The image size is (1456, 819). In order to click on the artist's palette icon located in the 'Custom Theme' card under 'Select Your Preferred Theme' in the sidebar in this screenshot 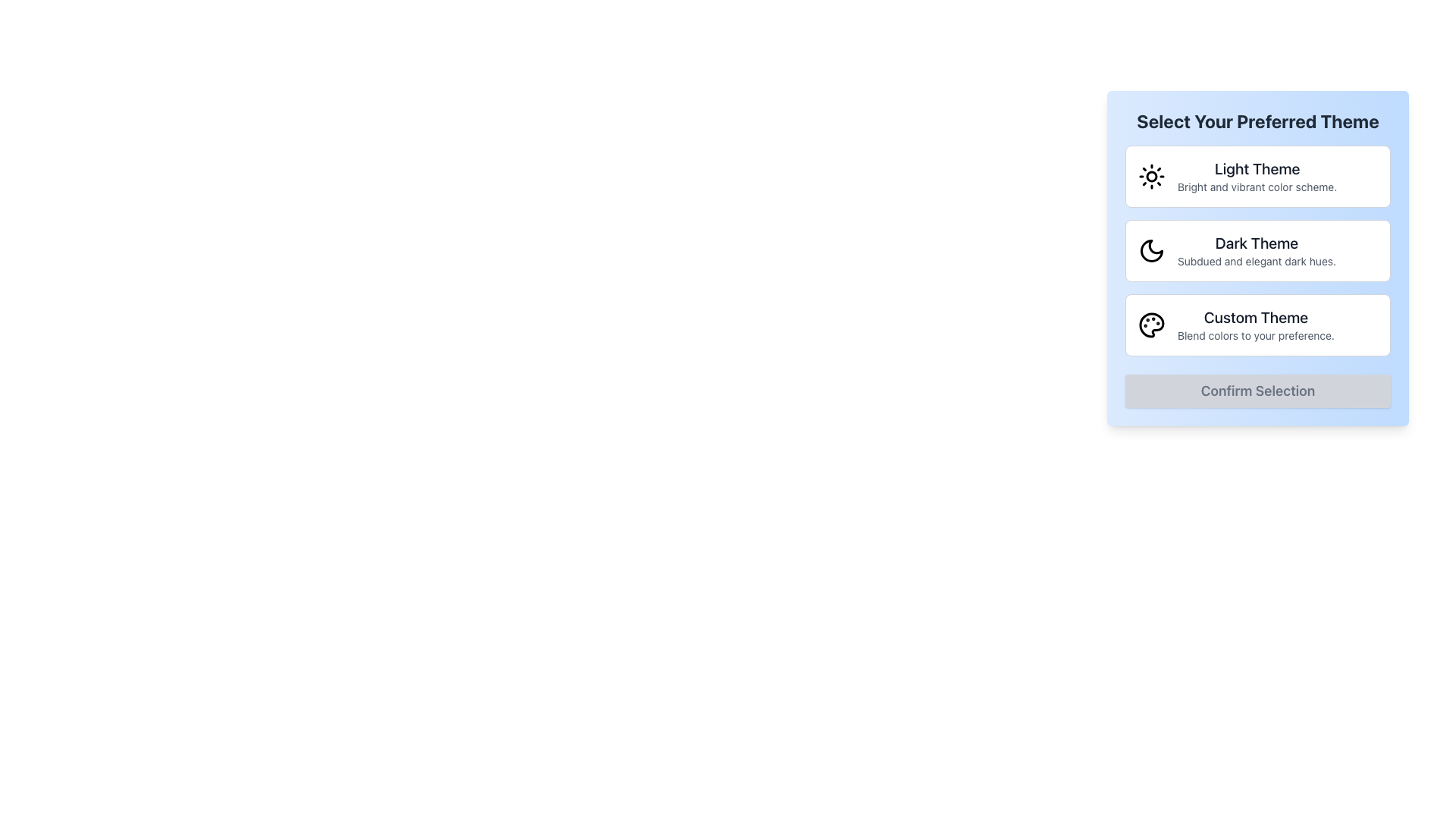, I will do `click(1151, 324)`.